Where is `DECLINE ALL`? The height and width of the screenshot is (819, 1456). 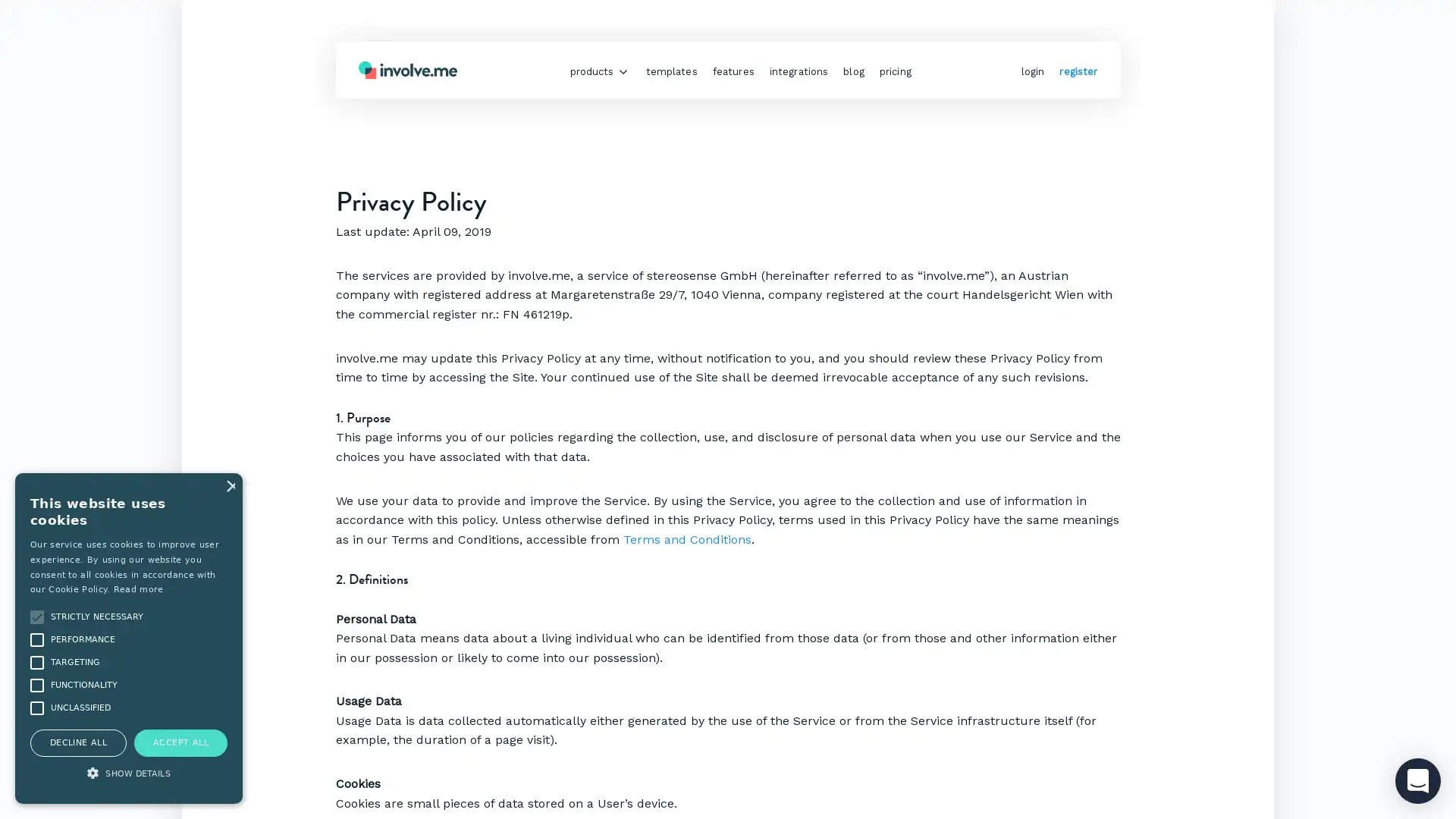
DECLINE ALL is located at coordinates (77, 742).